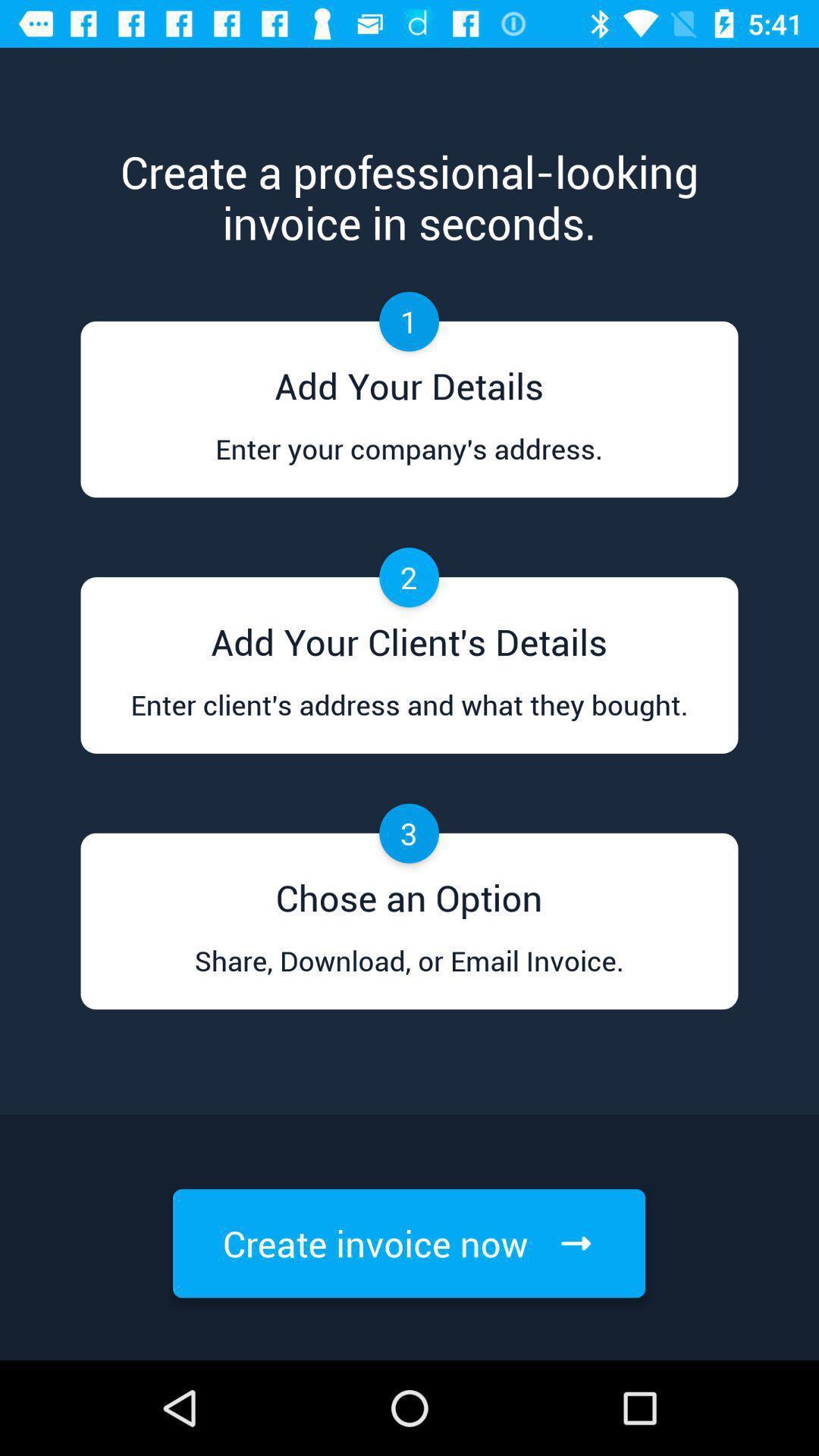 The height and width of the screenshot is (1456, 819). Describe the element at coordinates (409, 975) in the screenshot. I see `text called below choose an option` at that location.